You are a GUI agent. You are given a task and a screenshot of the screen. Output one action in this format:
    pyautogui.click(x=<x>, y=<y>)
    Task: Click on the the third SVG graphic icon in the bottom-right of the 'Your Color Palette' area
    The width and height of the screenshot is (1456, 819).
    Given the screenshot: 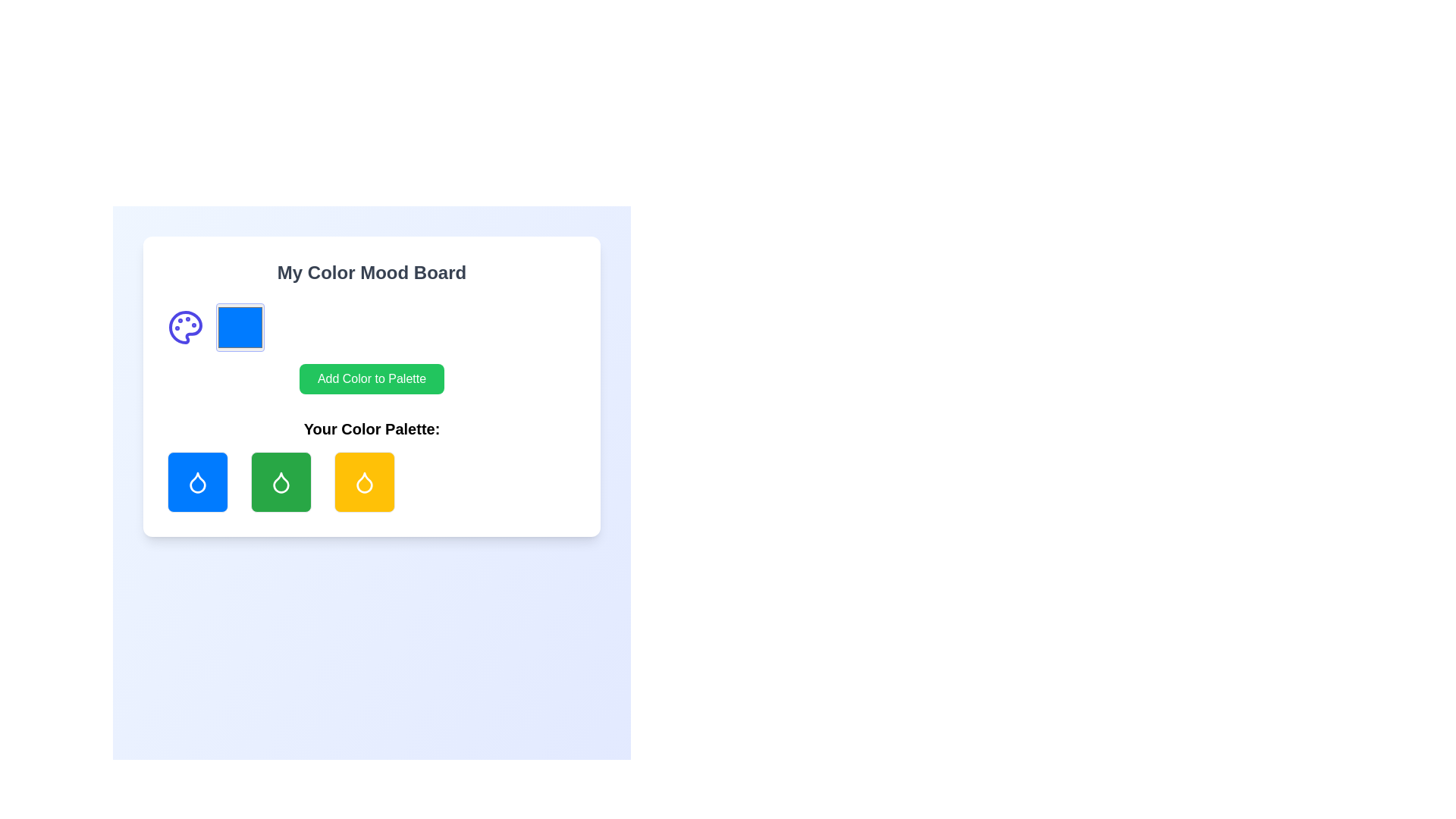 What is the action you would take?
    pyautogui.click(x=365, y=482)
    